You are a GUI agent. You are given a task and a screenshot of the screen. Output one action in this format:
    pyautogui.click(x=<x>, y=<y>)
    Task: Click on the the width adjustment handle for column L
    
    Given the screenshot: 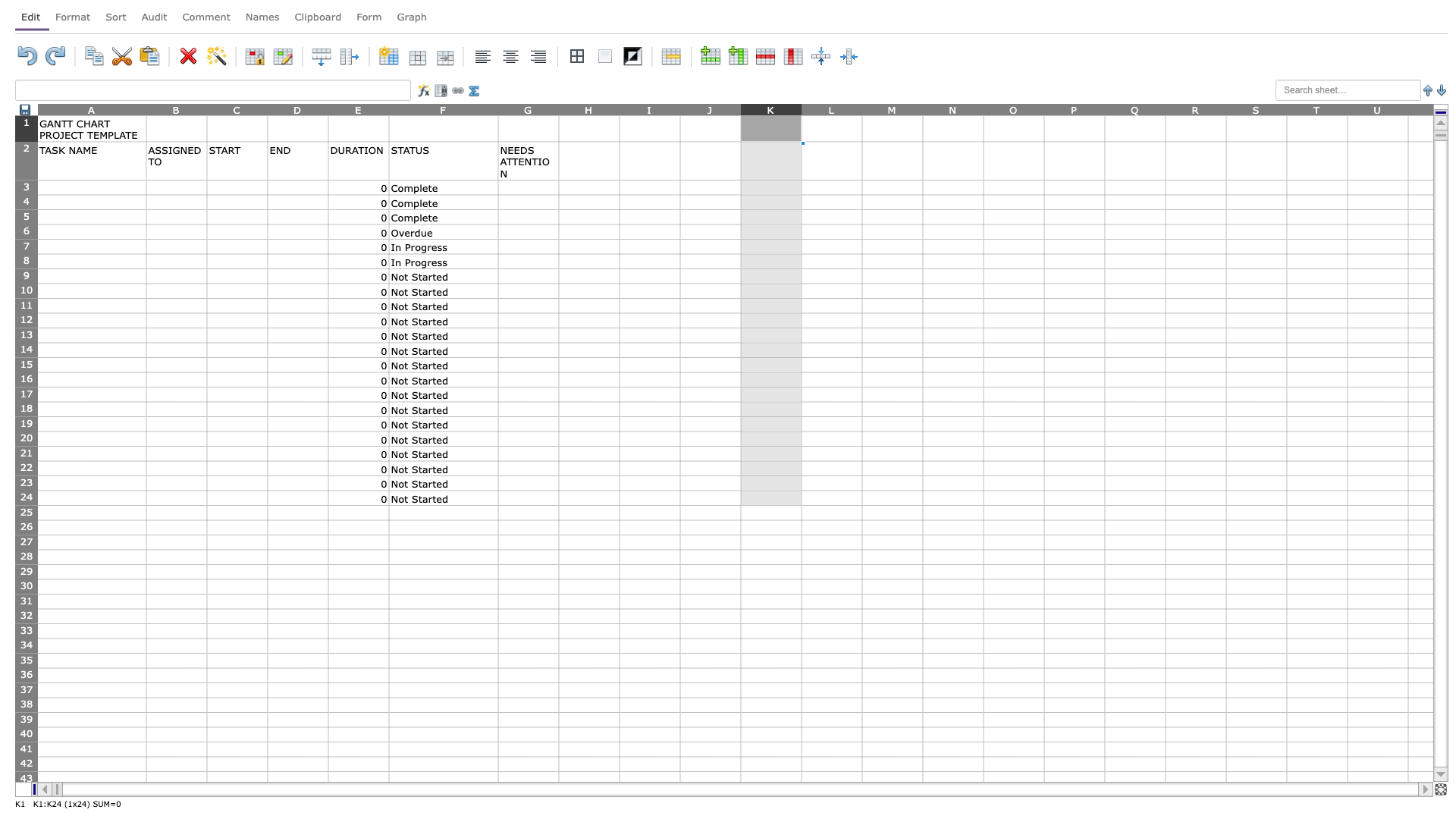 What is the action you would take?
    pyautogui.click(x=862, y=108)
    